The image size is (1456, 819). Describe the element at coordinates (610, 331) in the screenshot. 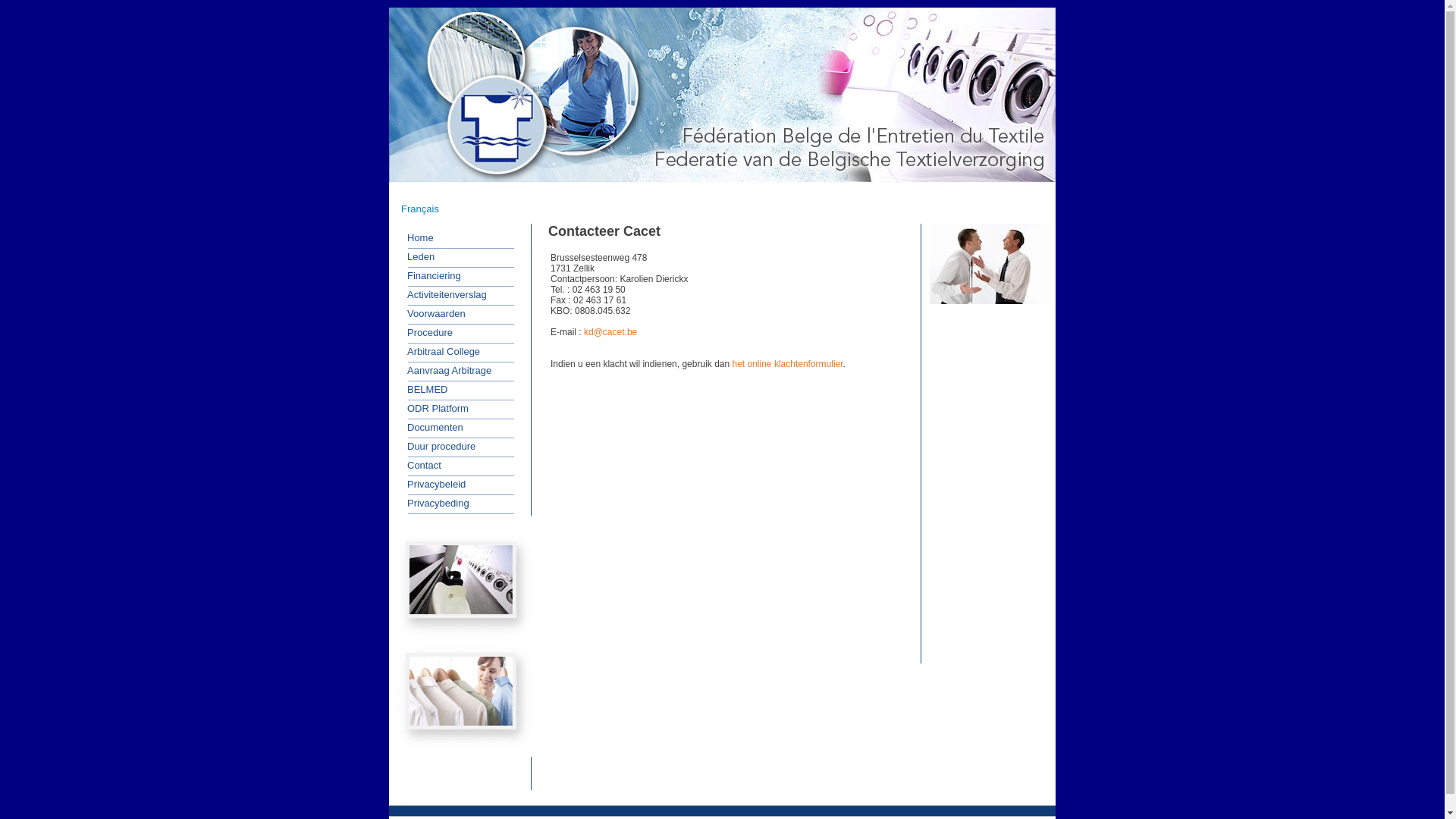

I see `'kd@cacet.be'` at that location.